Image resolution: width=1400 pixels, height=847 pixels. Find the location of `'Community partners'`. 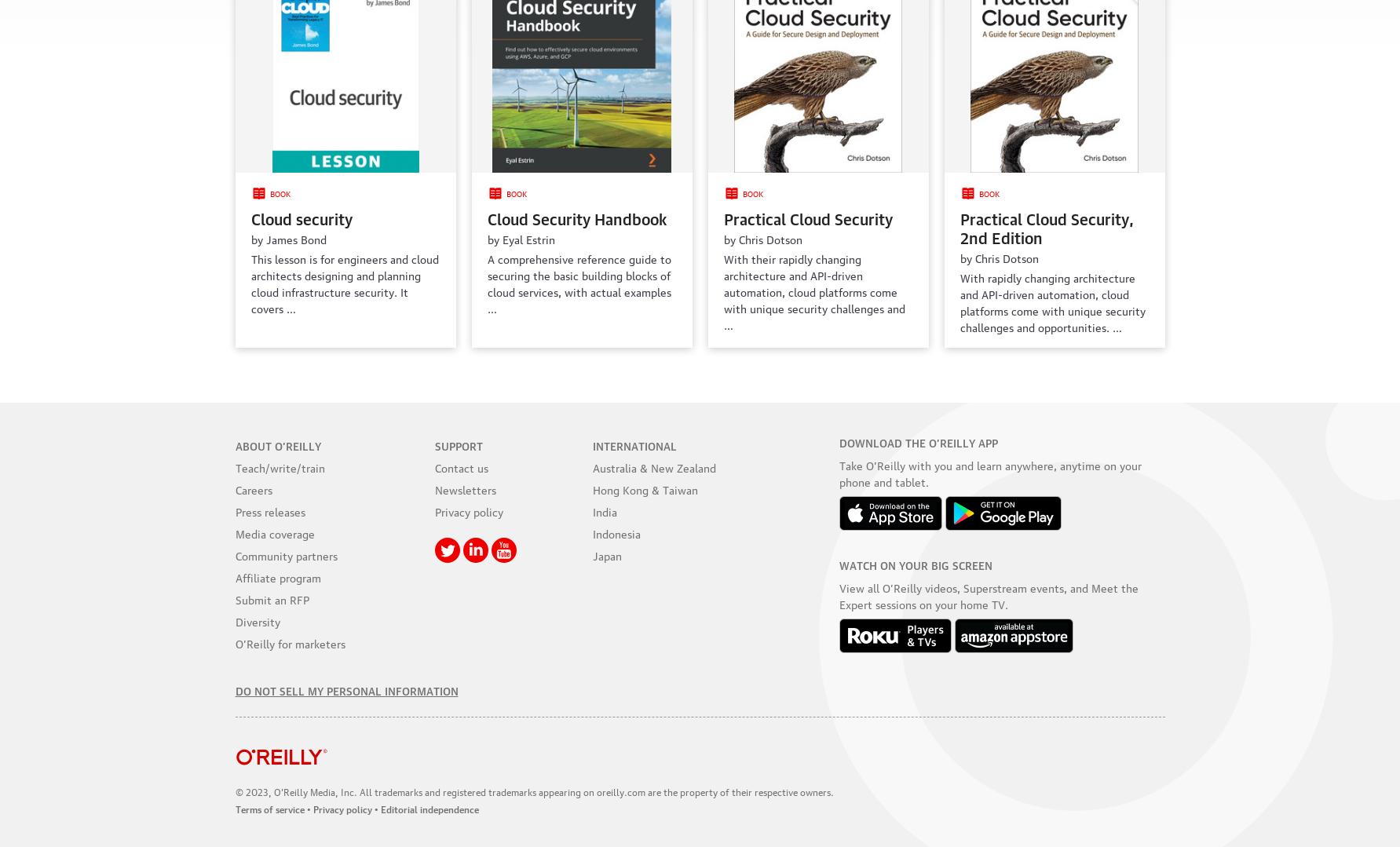

'Community partners' is located at coordinates (285, 554).